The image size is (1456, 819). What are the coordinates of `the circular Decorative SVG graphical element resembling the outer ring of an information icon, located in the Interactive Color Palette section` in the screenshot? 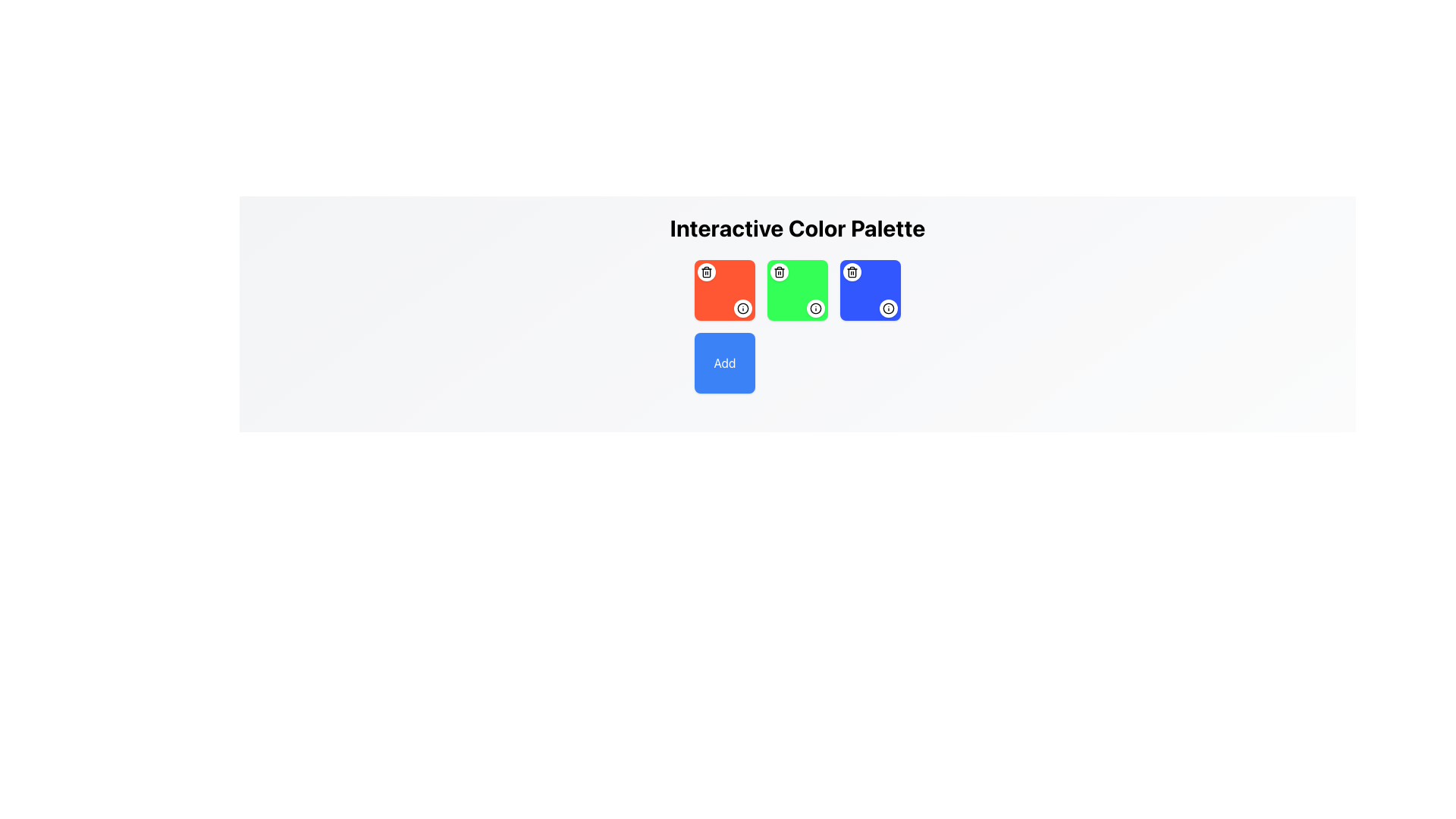 It's located at (814, 308).